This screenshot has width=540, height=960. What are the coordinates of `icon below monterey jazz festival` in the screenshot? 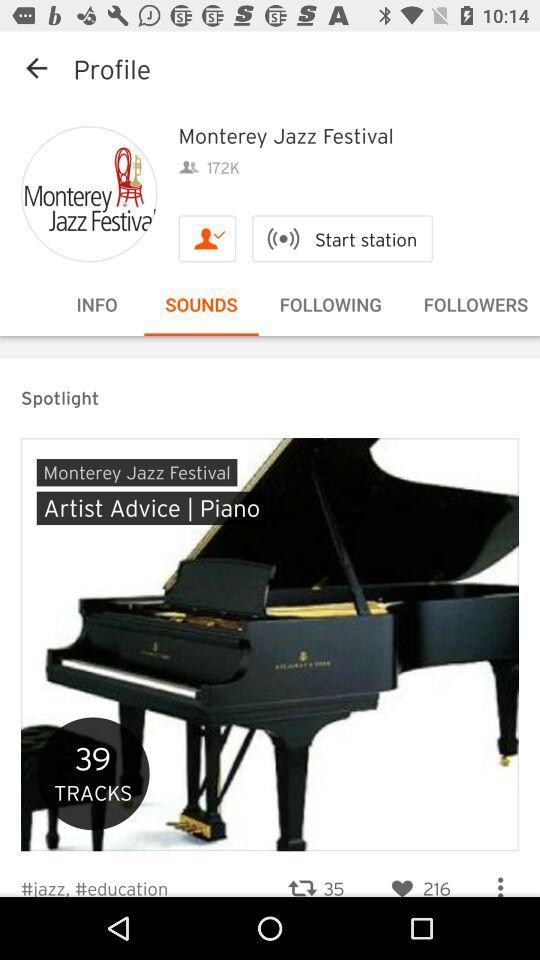 It's located at (341, 238).